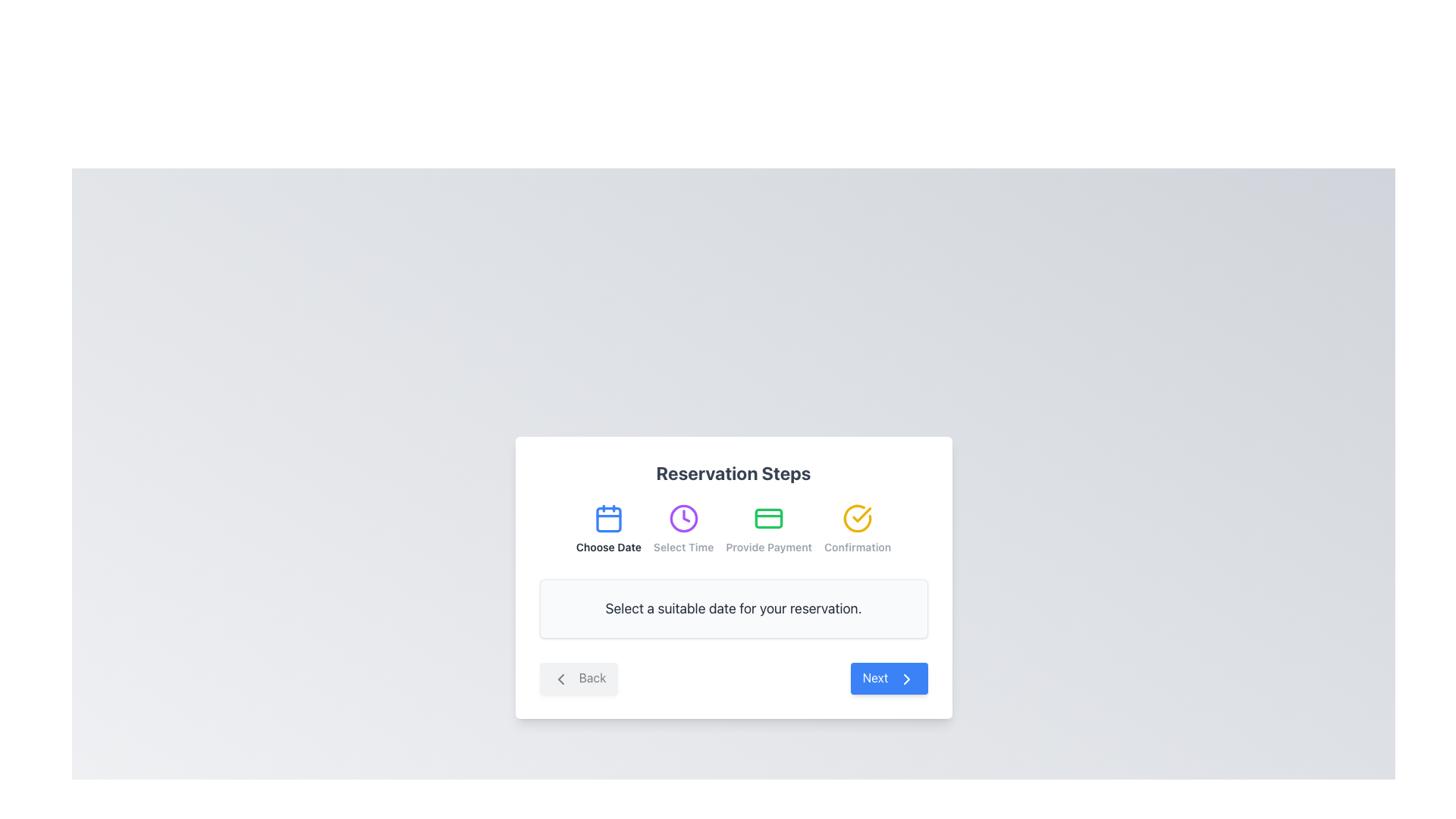 The height and width of the screenshot is (819, 1456). Describe the element at coordinates (560, 678) in the screenshot. I see `the left-pointing chevron icon within the 'Back' button, which is styled with a minimalistic, outlined design and appears in a gray color indicating it is inactive` at that location.